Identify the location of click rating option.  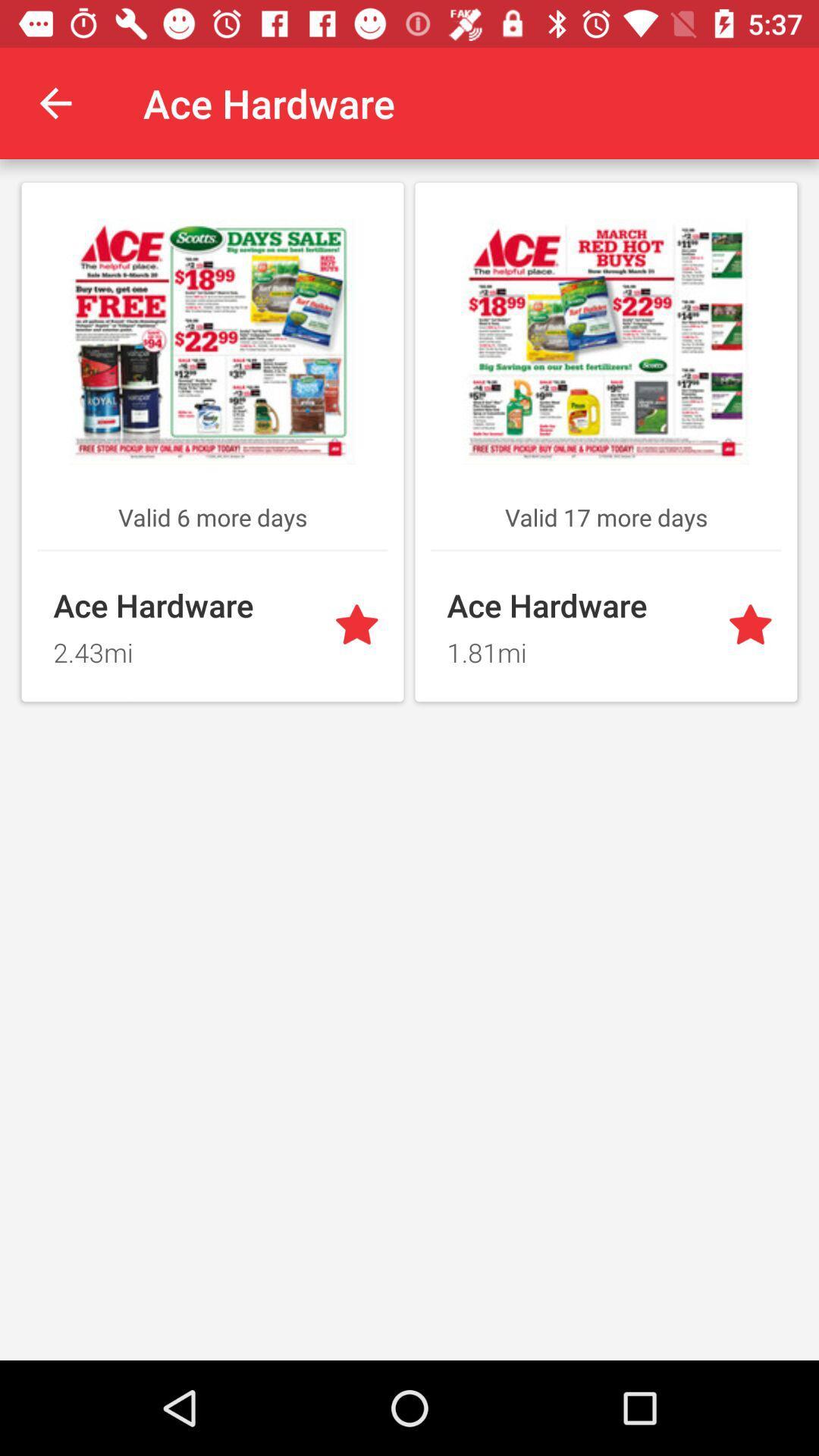
(359, 626).